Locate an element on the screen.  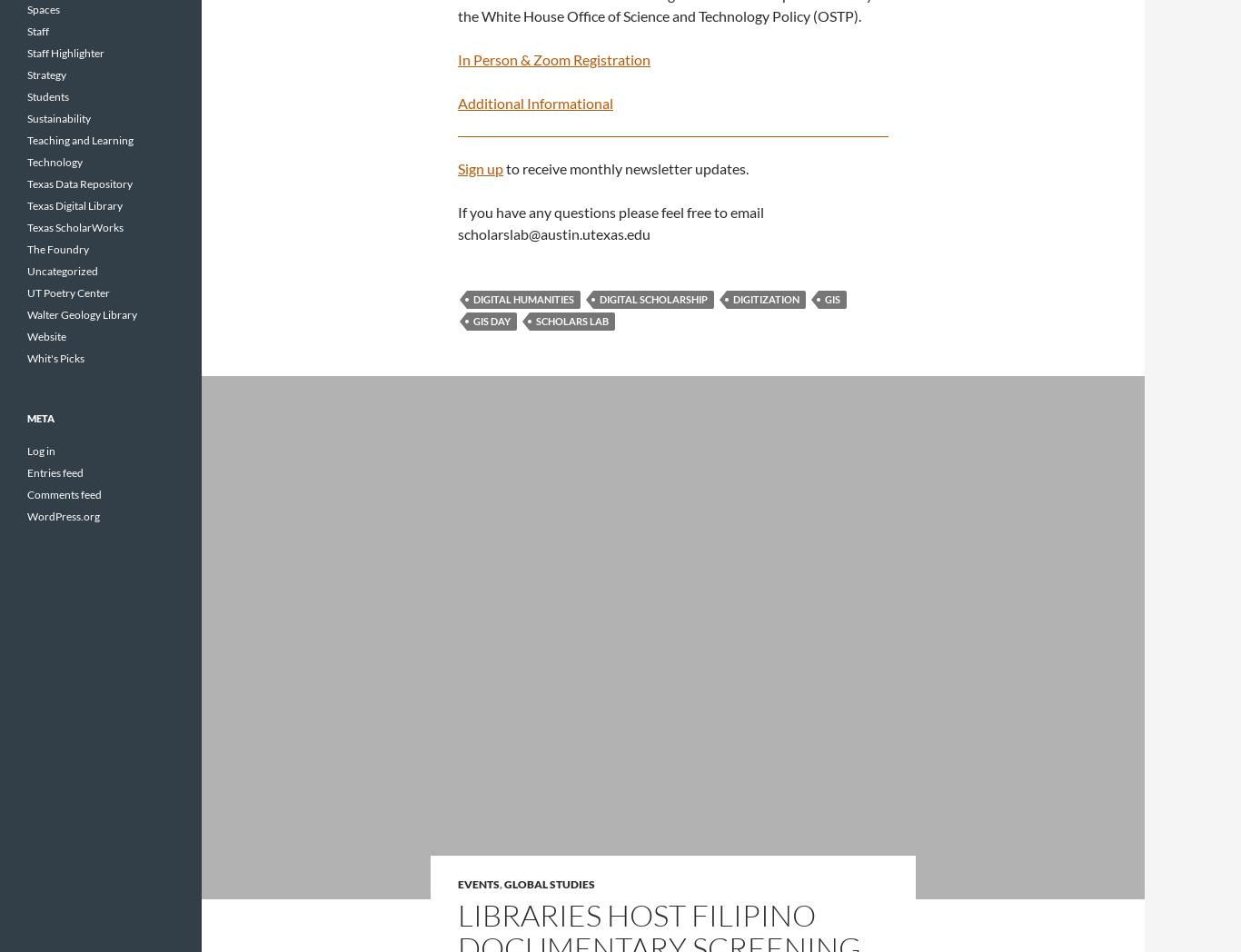
'Texas Data Repository' is located at coordinates (79, 183).